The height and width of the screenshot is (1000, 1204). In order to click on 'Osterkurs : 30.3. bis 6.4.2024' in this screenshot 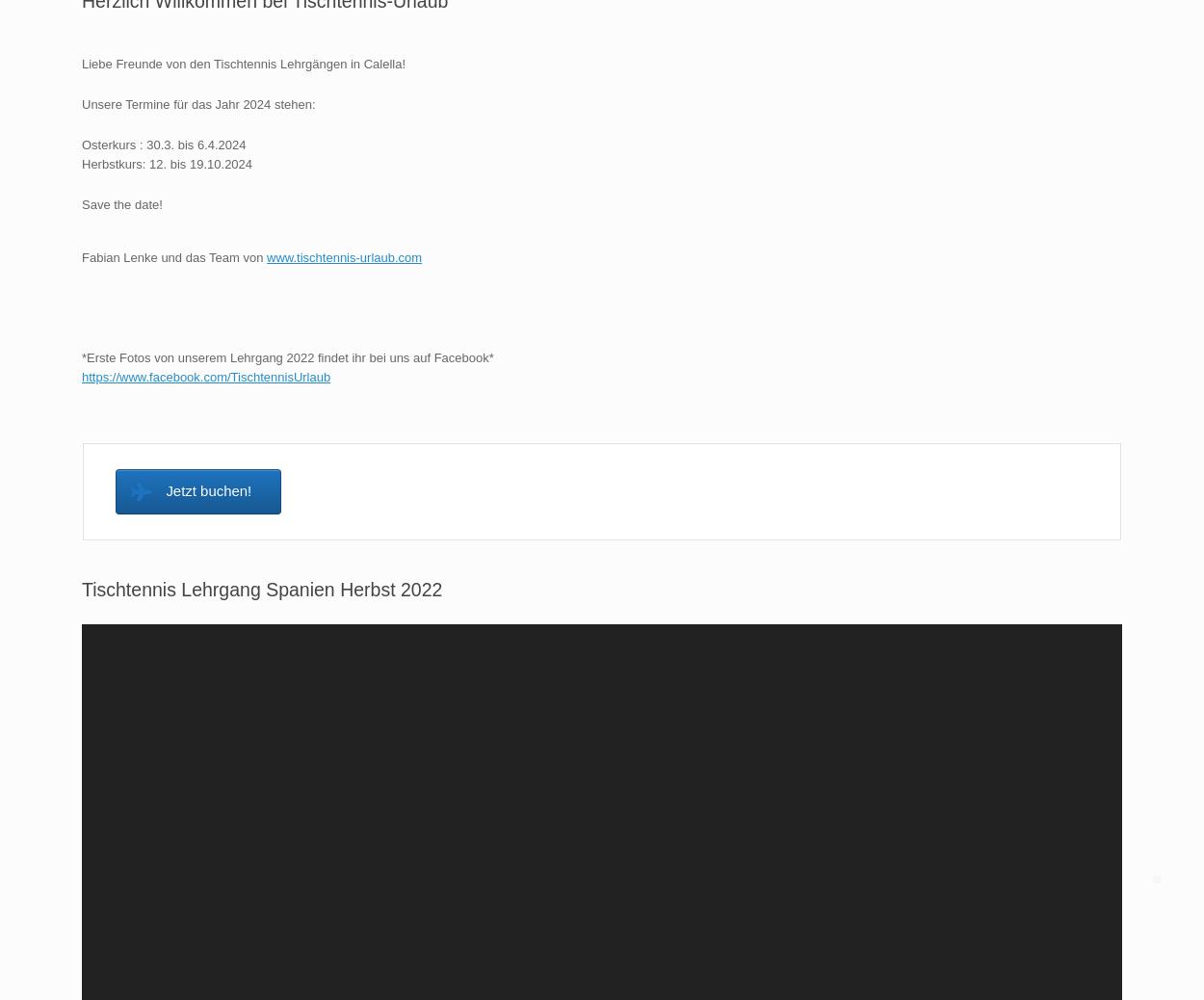, I will do `click(164, 143)`.